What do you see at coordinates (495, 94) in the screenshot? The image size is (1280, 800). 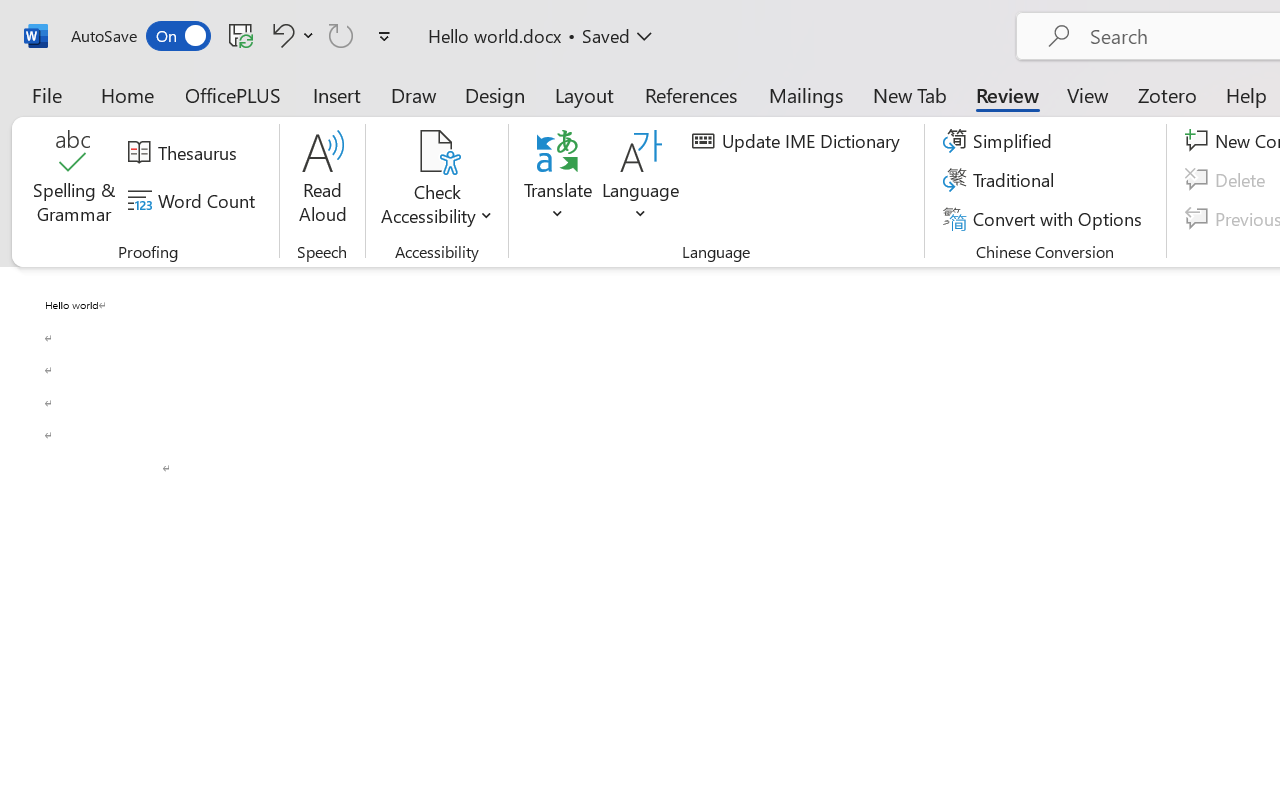 I see `'Design'` at bounding box center [495, 94].